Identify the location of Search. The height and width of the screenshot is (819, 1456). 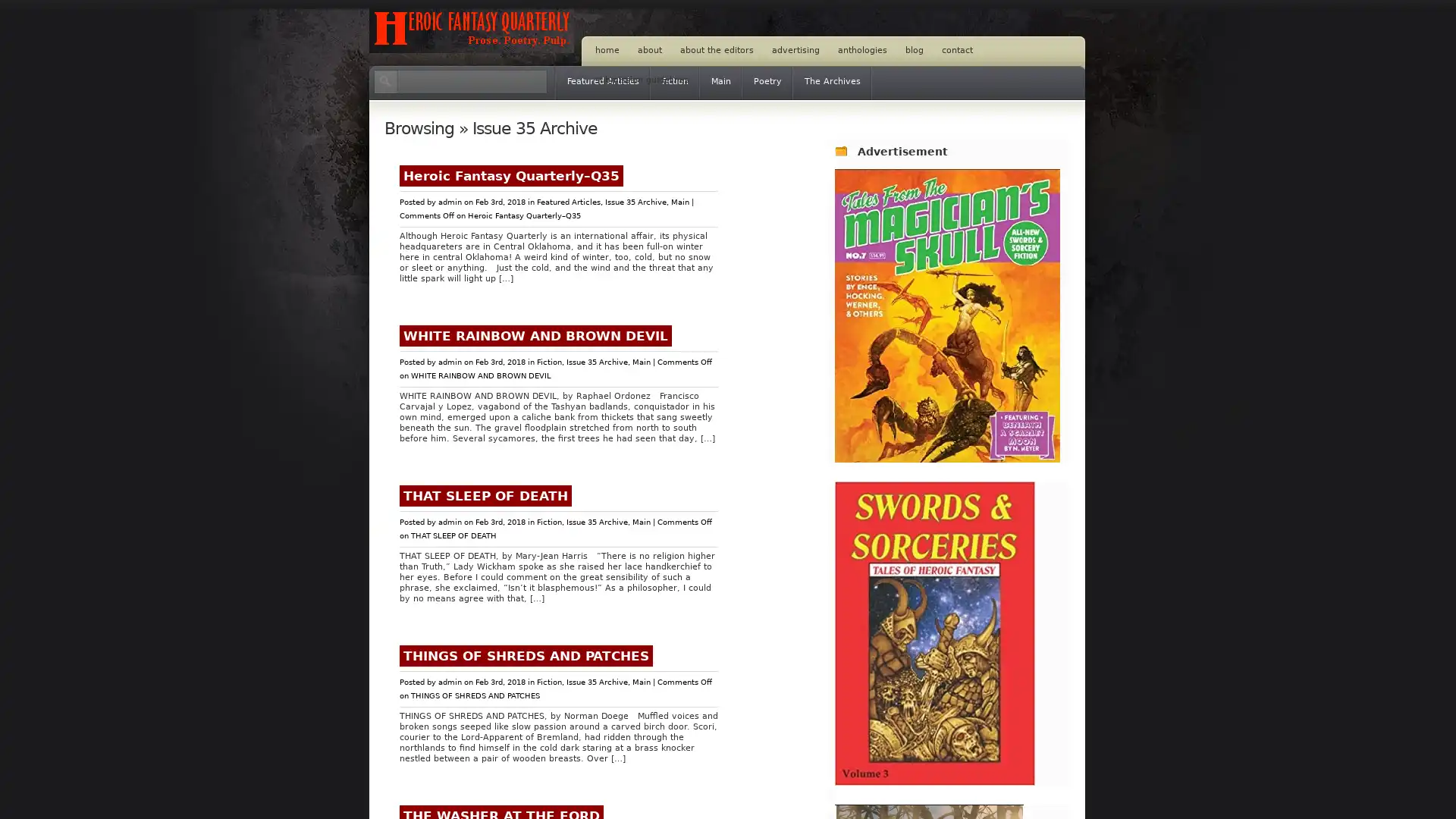
(385, 82).